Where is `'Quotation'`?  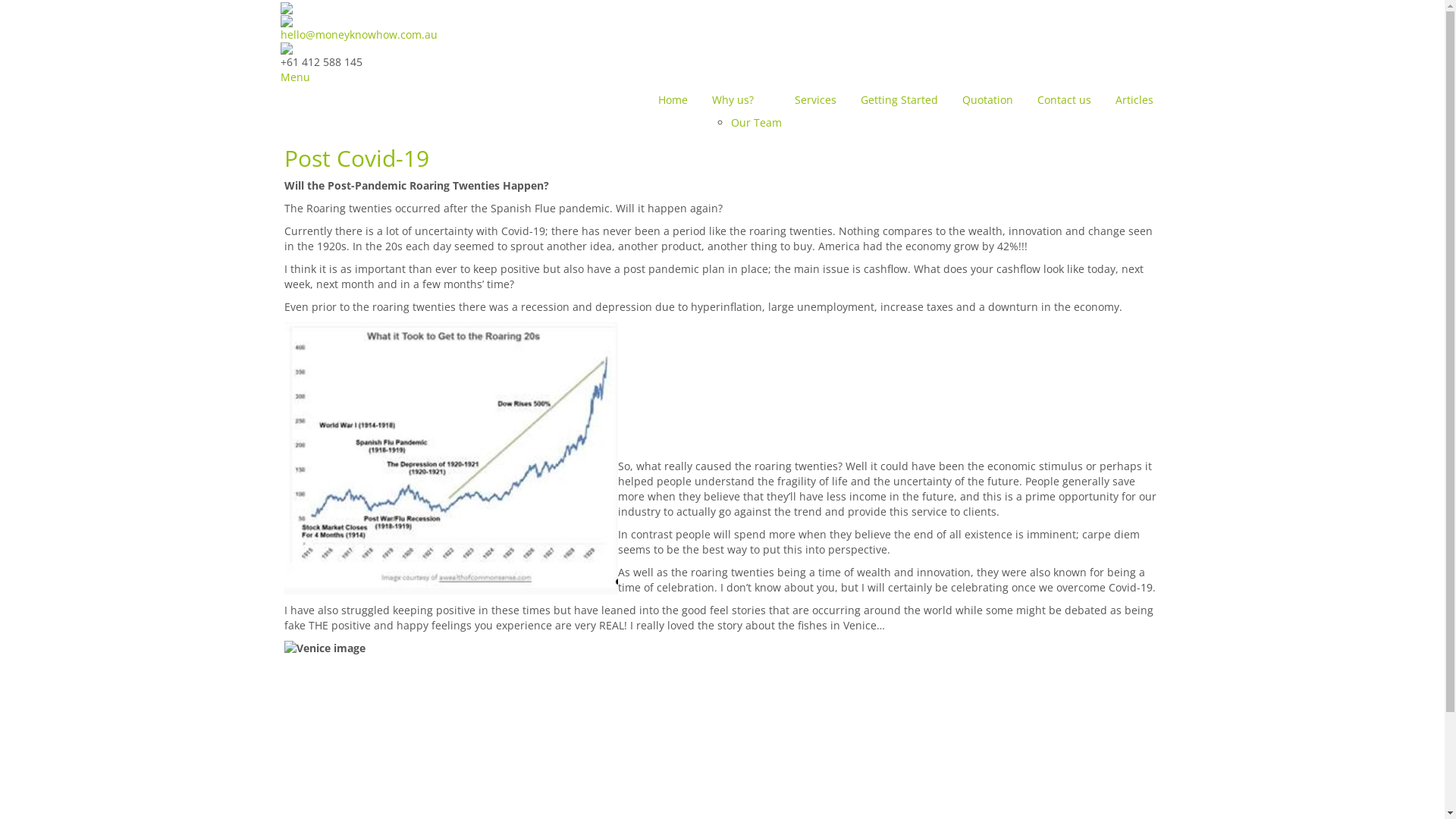
'Quotation' is located at coordinates (987, 99).